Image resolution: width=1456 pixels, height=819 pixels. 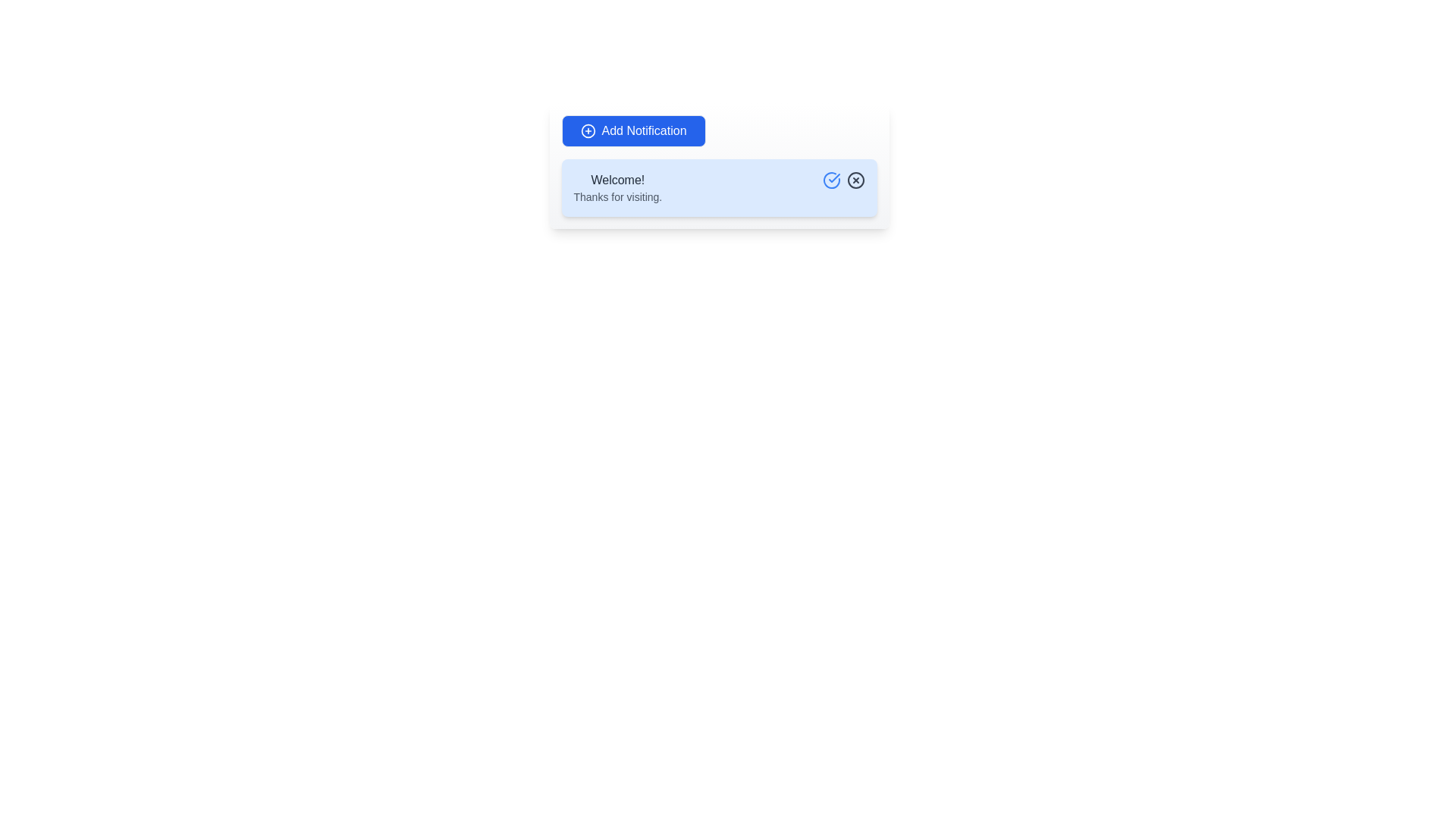 What do you see at coordinates (644, 130) in the screenshot?
I see `the text label 'Add Notification' which is centrally aligned with a white font on a blue background, located in the top-left section of the interface` at bounding box center [644, 130].